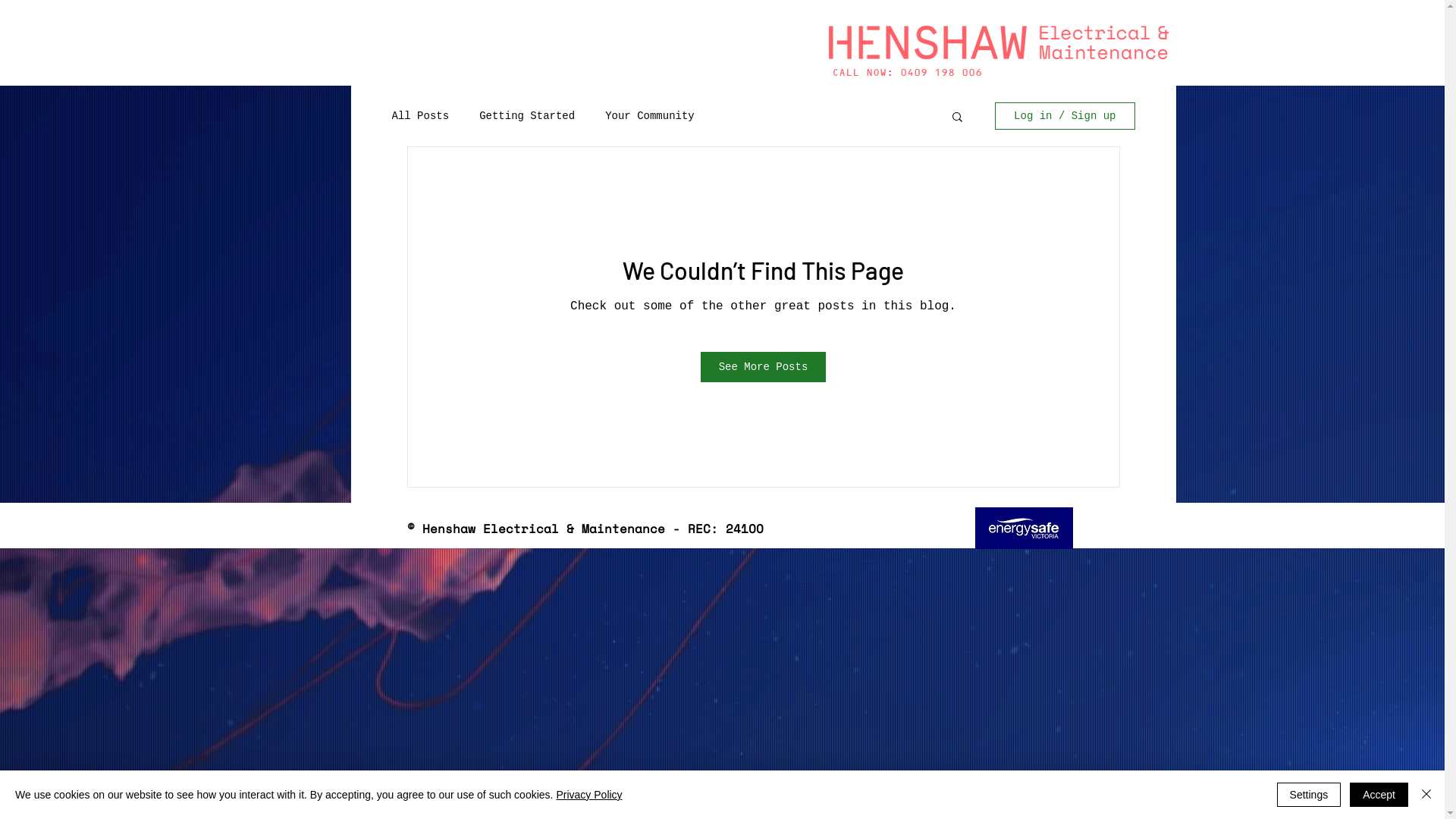 This screenshot has height=819, width=1456. What do you see at coordinates (1379, 794) in the screenshot?
I see `'Accept'` at bounding box center [1379, 794].